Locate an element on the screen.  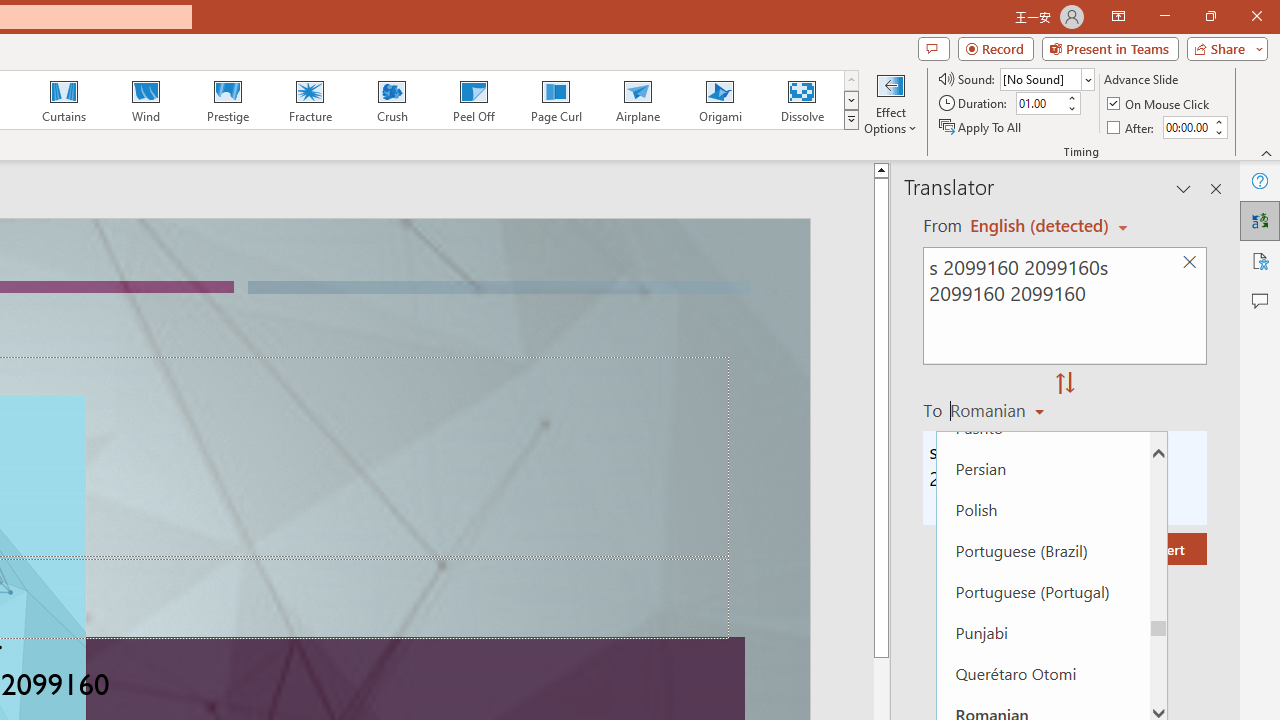
'Page Curl' is located at coordinates (555, 100).